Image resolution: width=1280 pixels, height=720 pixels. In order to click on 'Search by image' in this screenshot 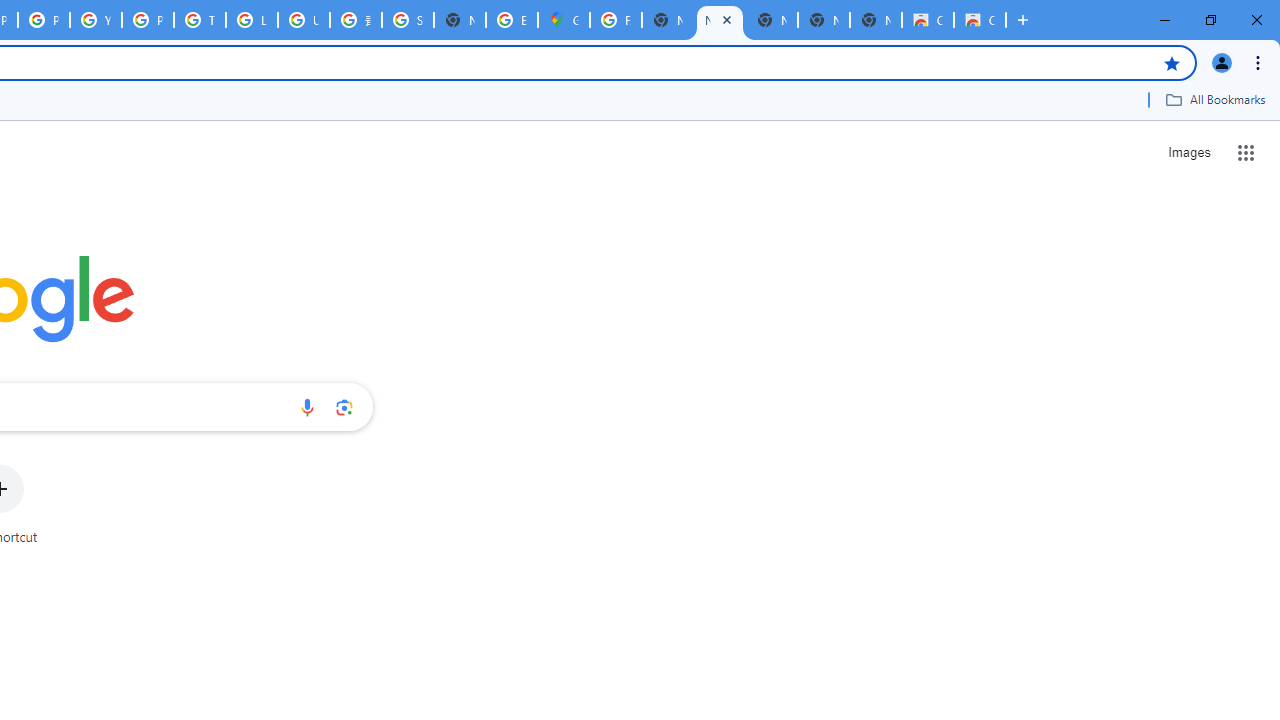, I will do `click(344, 406)`.